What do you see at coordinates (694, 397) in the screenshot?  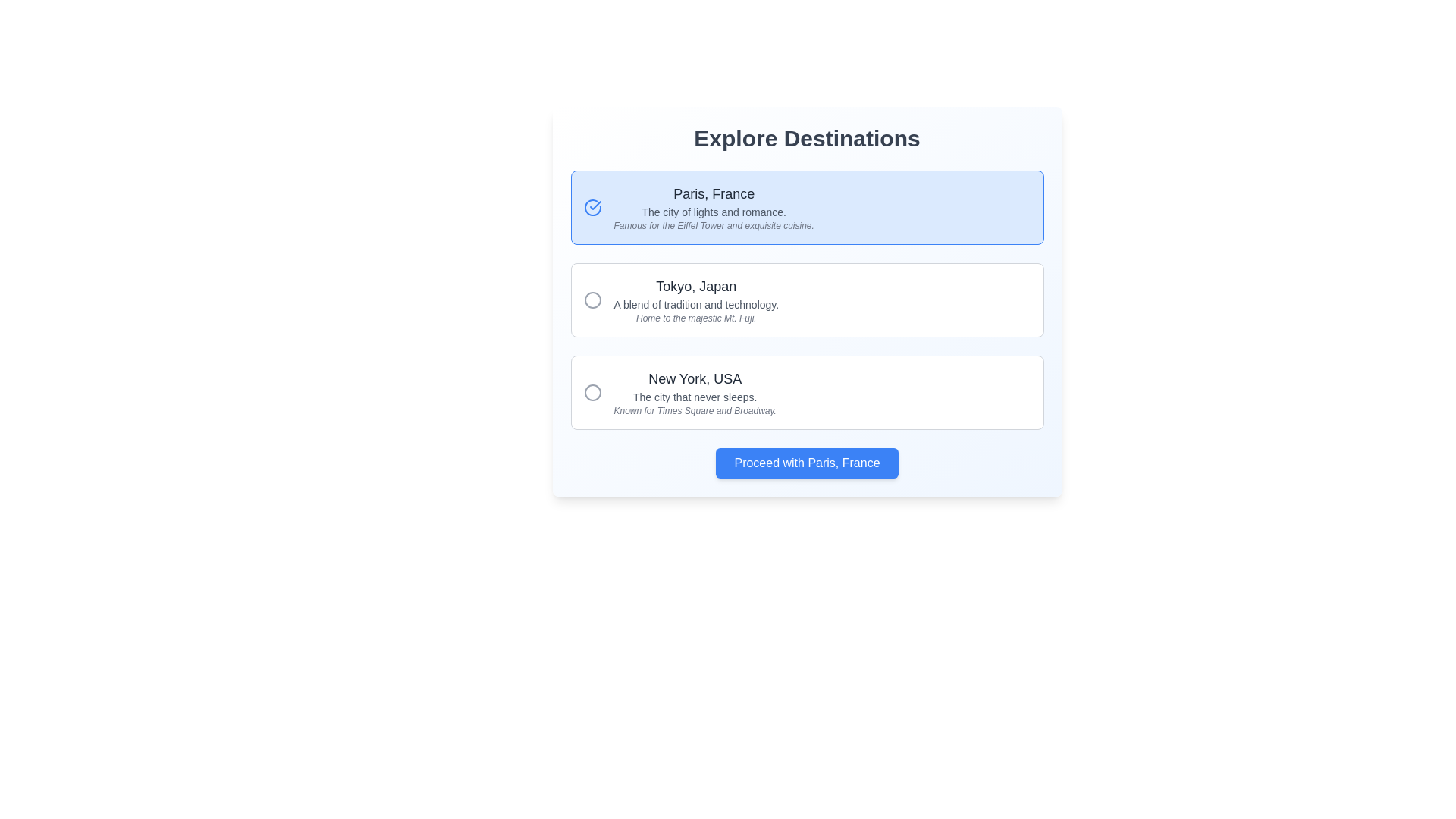 I see `the static text object styled with smaller, gray-colored text that serves as a descriptor for 'New York, USA', located directly beneath it` at bounding box center [694, 397].